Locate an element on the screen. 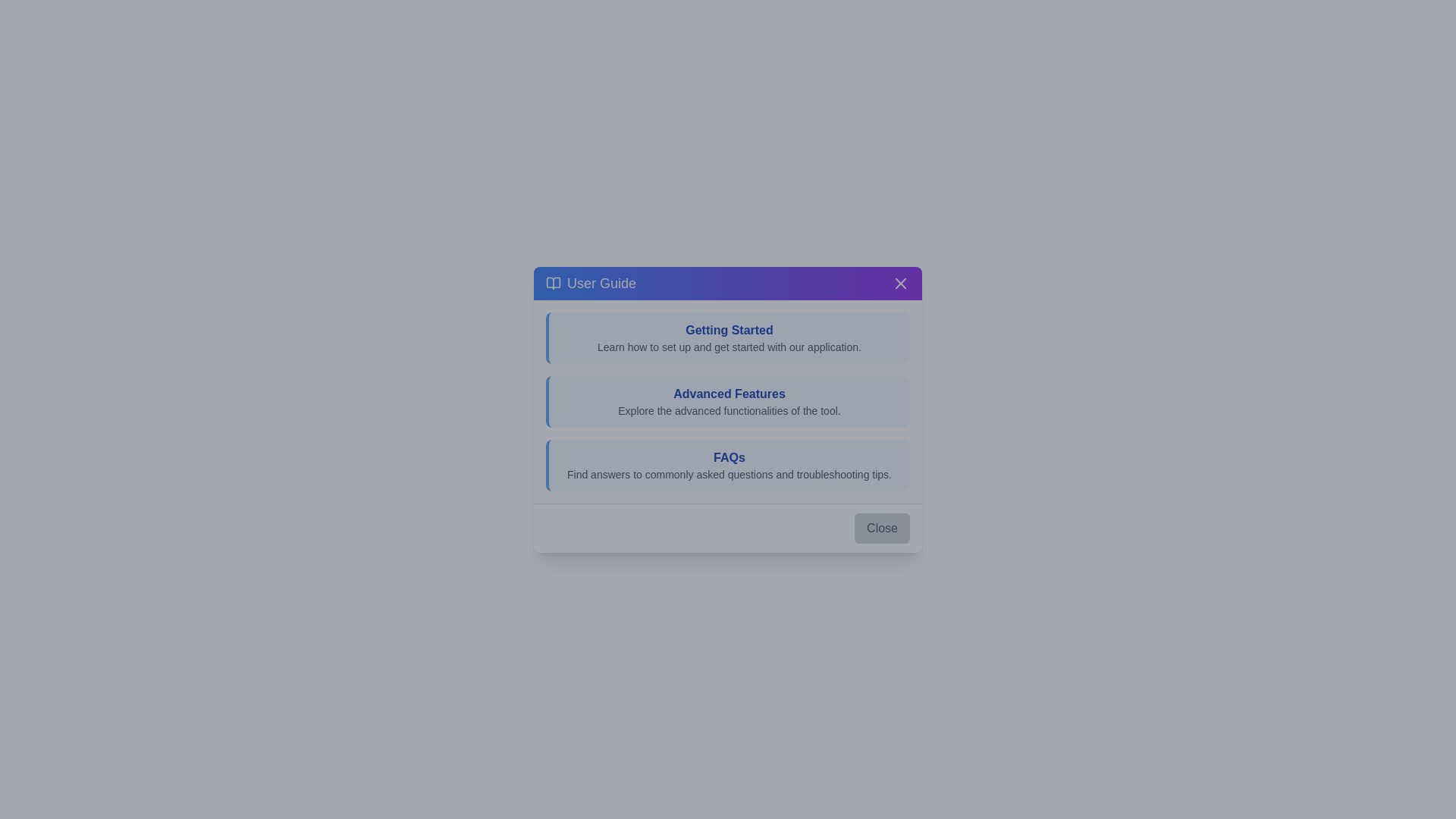 The height and width of the screenshot is (819, 1456). the text element displaying 'Explore the advanced functionalities of the tool.' located beneath the title 'Advanced Features' within a highlighted section with a blue border is located at coordinates (729, 409).